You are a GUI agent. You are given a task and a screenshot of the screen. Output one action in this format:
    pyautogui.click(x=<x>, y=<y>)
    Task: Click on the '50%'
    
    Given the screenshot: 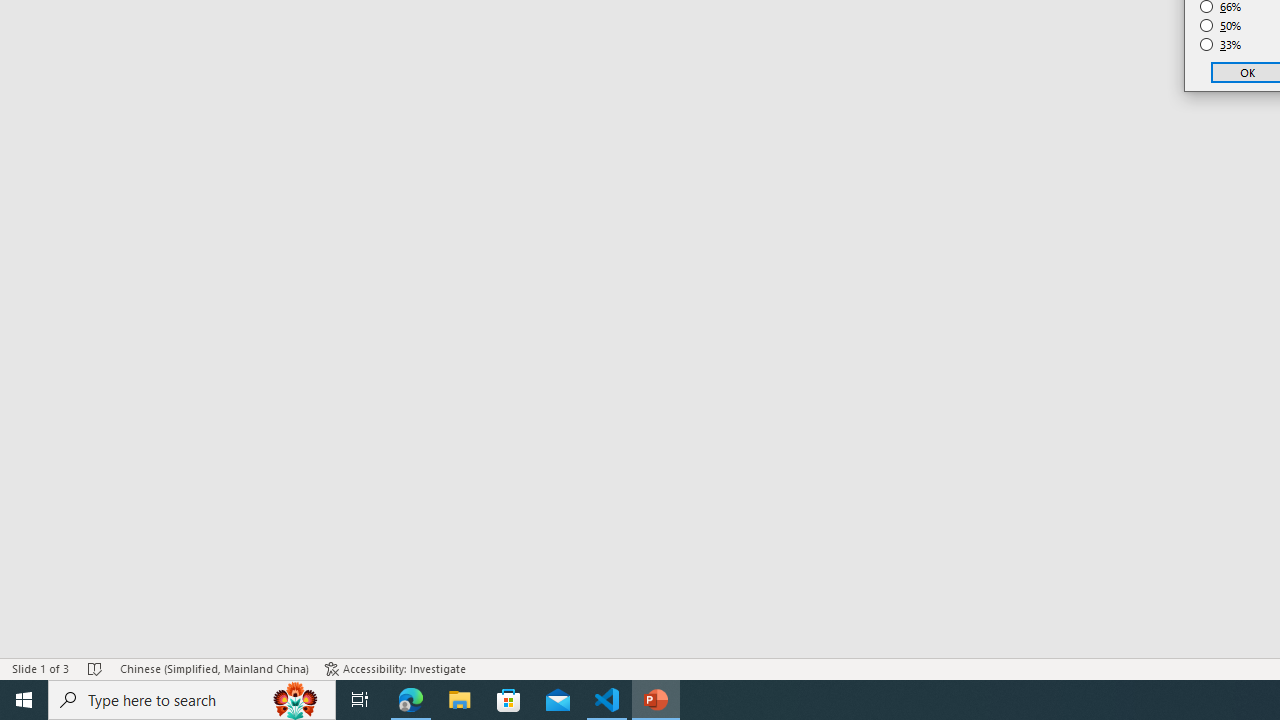 What is the action you would take?
    pyautogui.click(x=1220, y=25)
    